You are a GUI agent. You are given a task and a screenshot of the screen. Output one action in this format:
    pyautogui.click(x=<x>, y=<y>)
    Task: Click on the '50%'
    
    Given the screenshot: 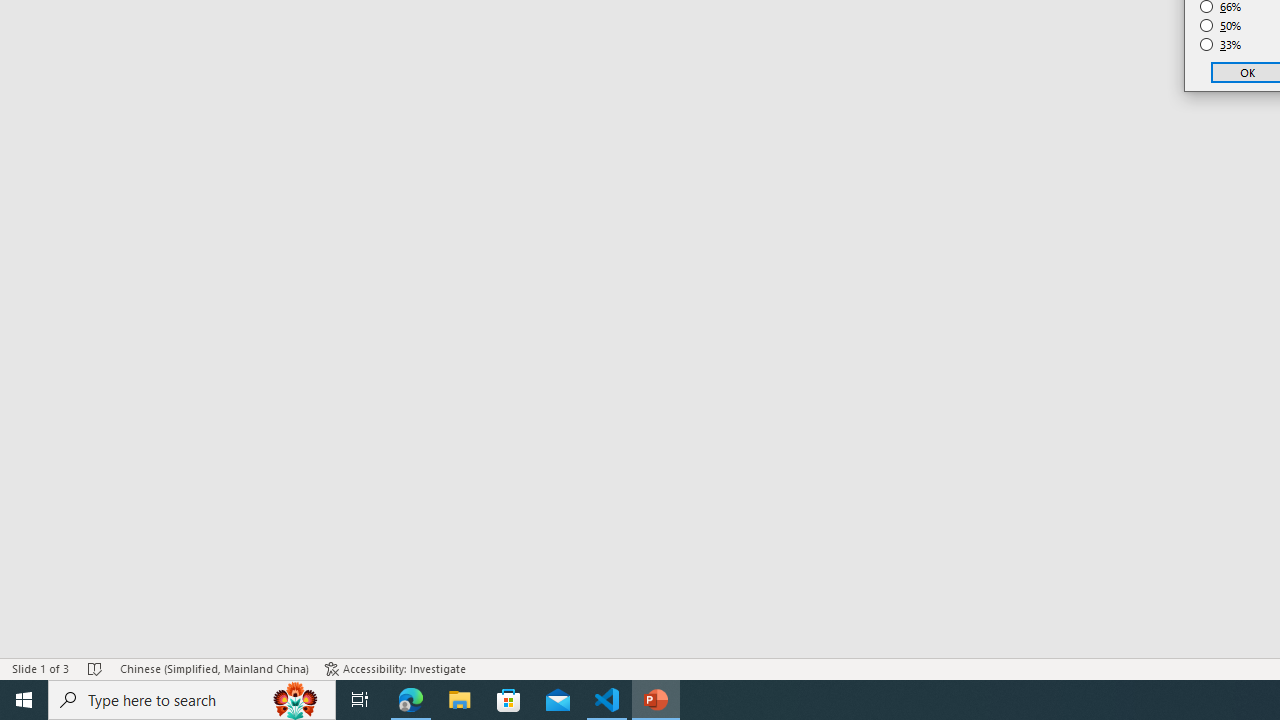 What is the action you would take?
    pyautogui.click(x=1220, y=25)
    